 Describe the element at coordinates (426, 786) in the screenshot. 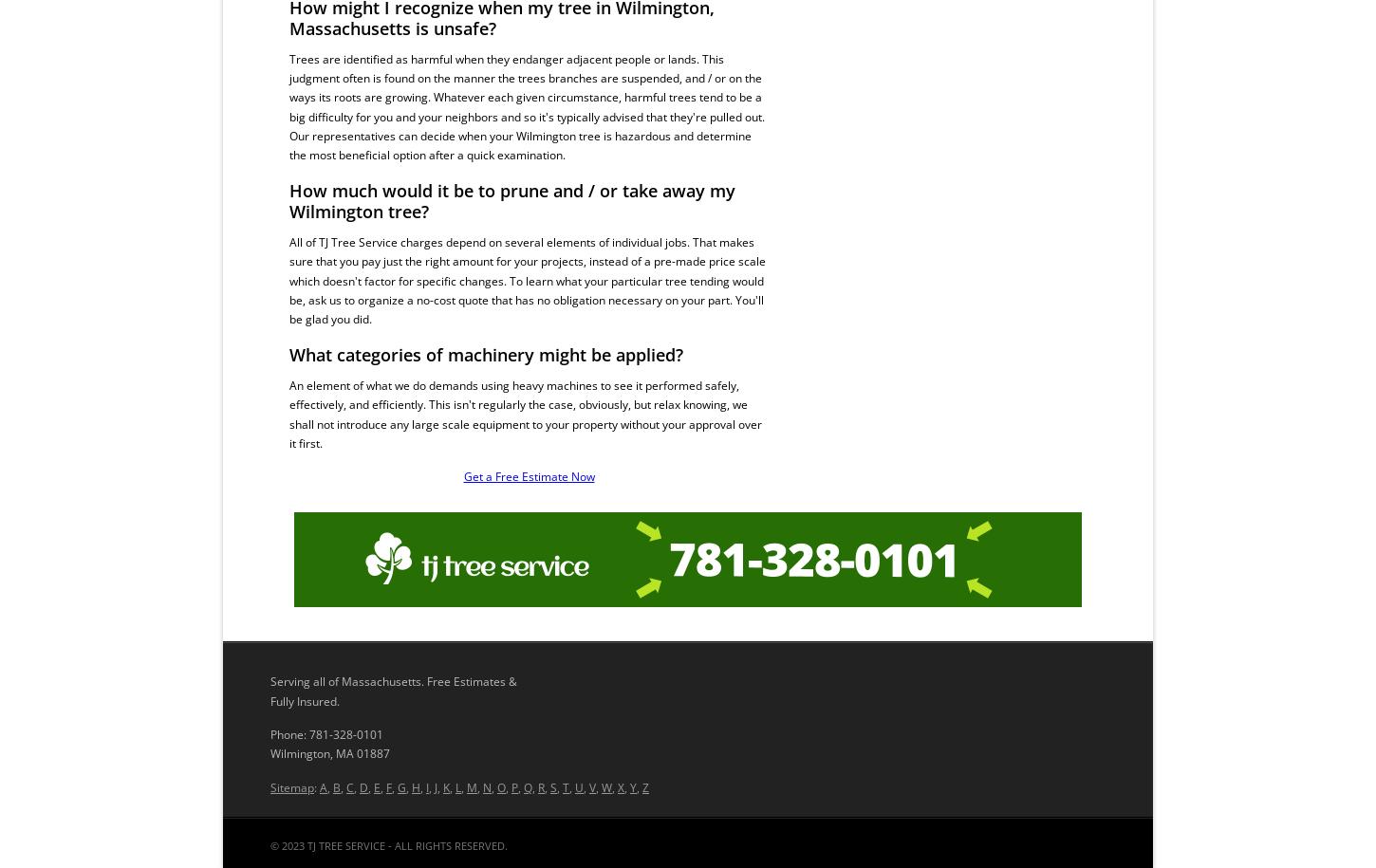

I see `'I'` at that location.